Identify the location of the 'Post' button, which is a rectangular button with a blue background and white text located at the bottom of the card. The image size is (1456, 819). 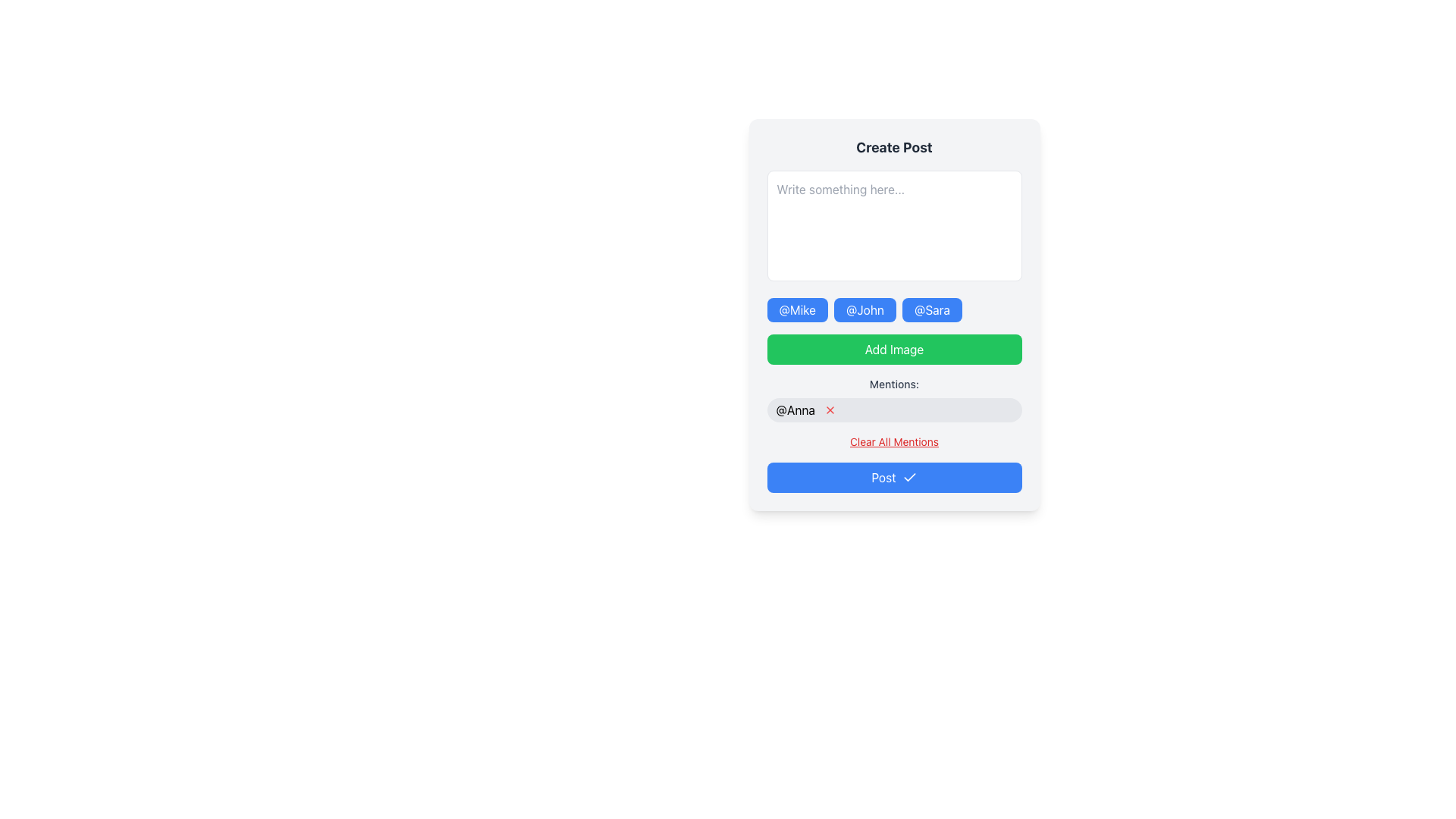
(894, 476).